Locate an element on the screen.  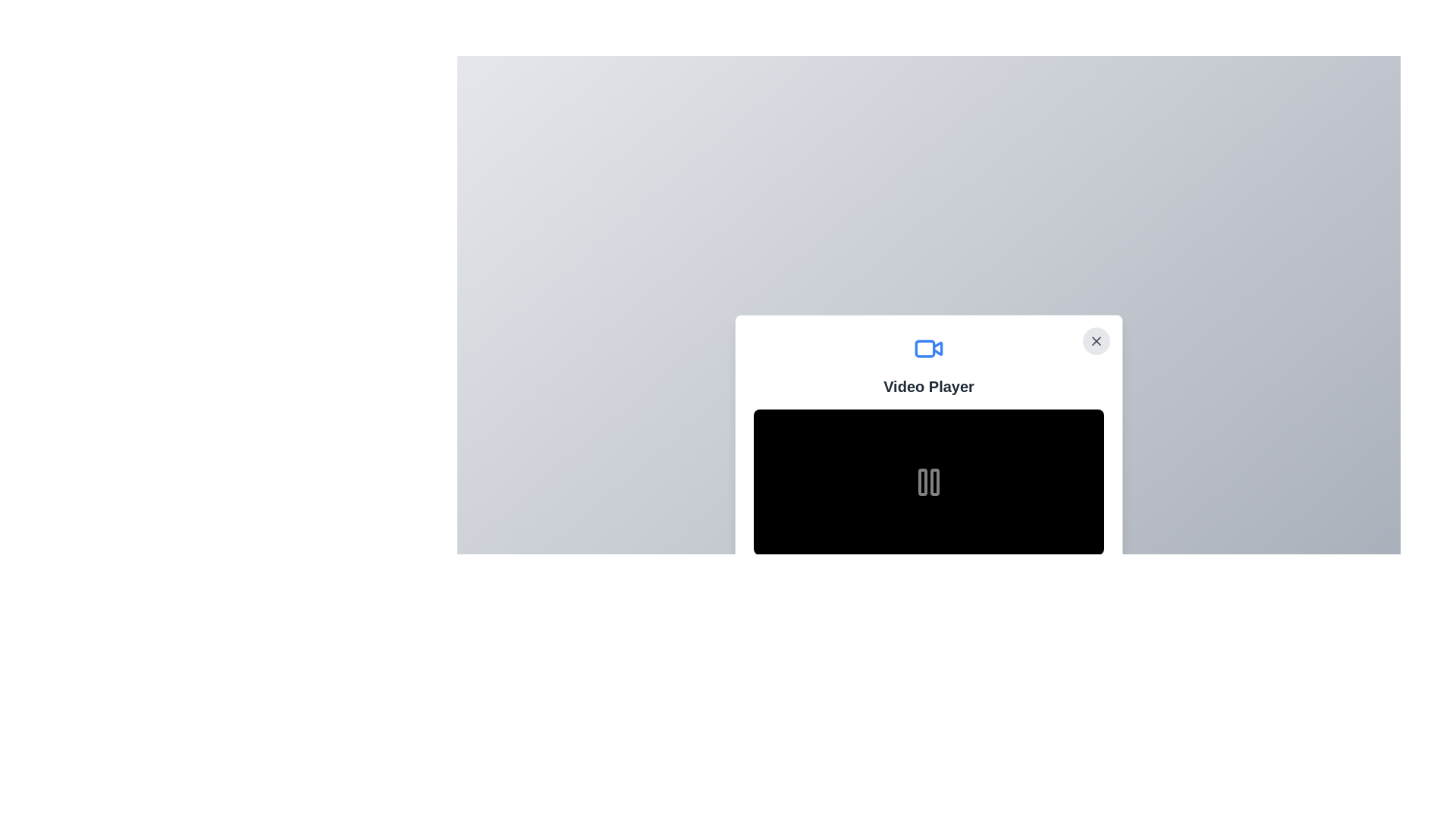
the second vertical bar from the right in the video player's control panel is located at coordinates (934, 482).